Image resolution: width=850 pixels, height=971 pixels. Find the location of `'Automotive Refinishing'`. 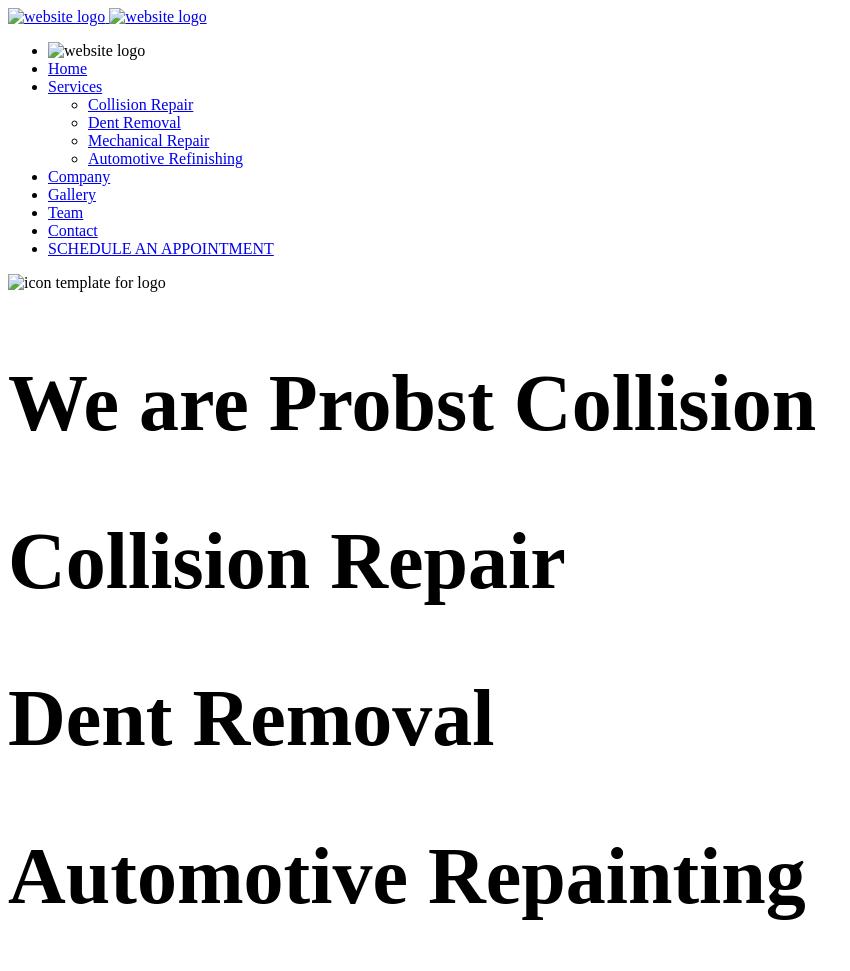

'Automotive Refinishing' is located at coordinates (86, 158).